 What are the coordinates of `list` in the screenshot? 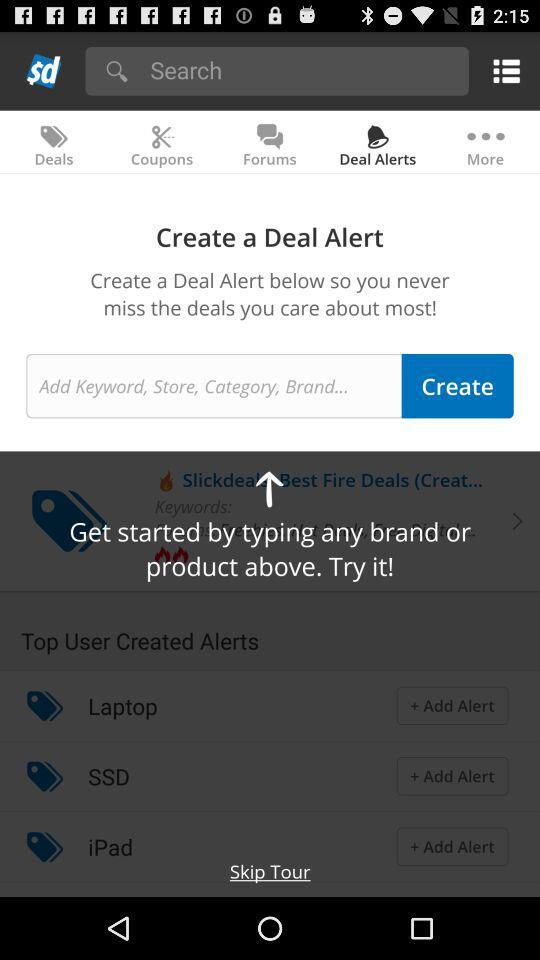 It's located at (502, 70).